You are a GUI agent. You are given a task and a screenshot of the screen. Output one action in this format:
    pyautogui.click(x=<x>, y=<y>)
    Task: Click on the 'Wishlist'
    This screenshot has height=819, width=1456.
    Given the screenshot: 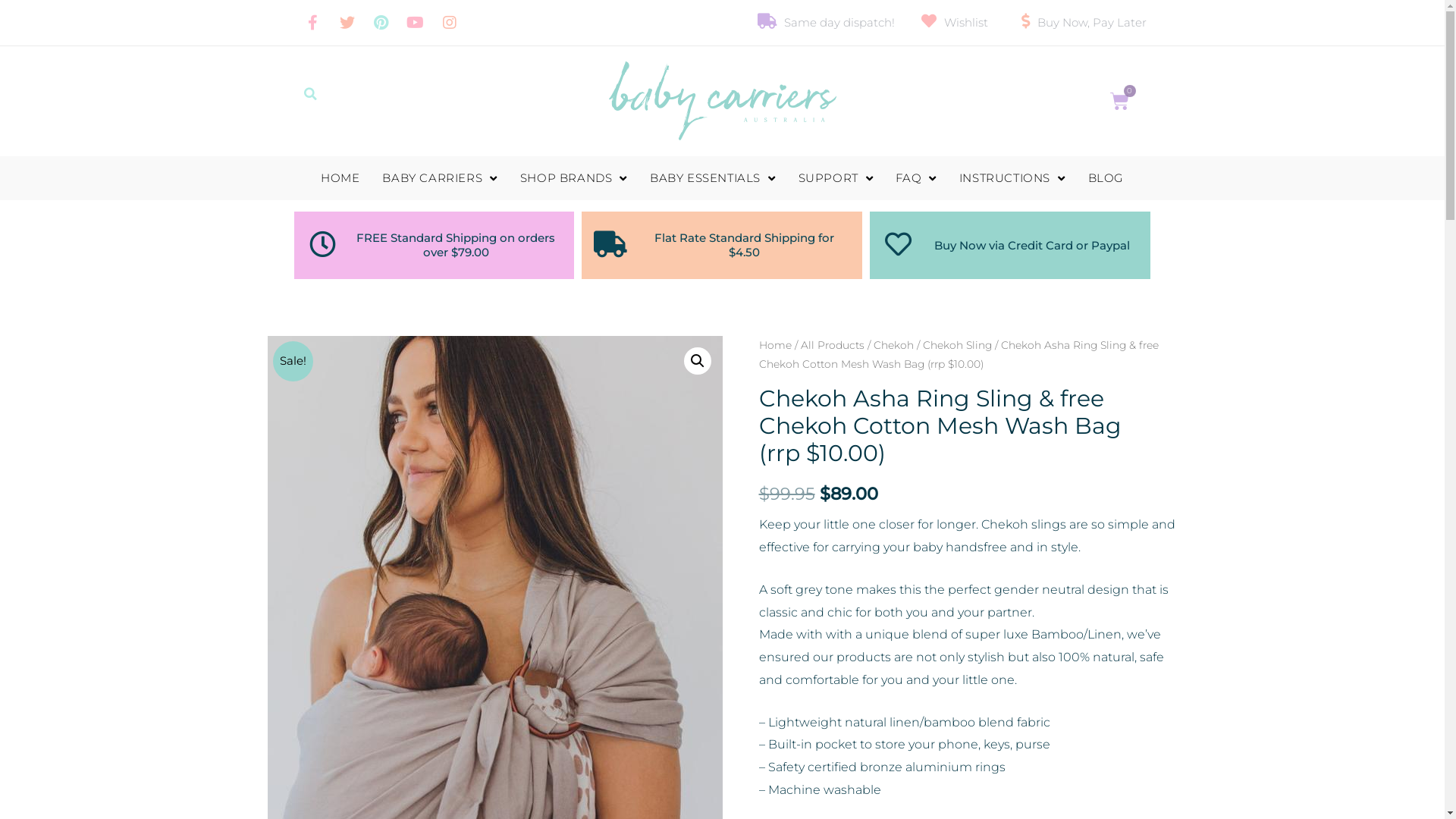 What is the action you would take?
    pyautogui.click(x=916, y=23)
    